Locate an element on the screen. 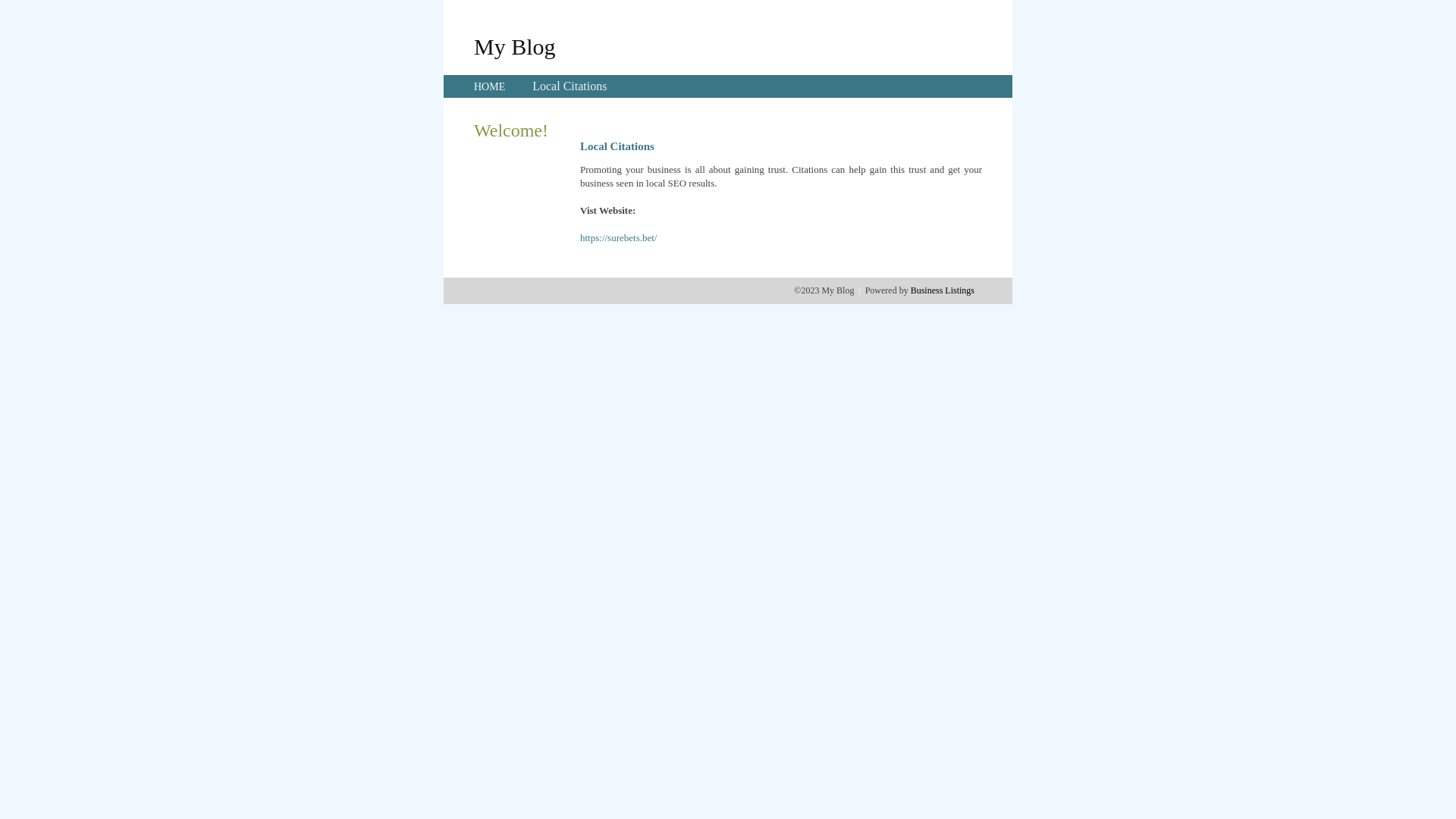 This screenshot has height=819, width=1456. 'HOME' is located at coordinates (489, 86).